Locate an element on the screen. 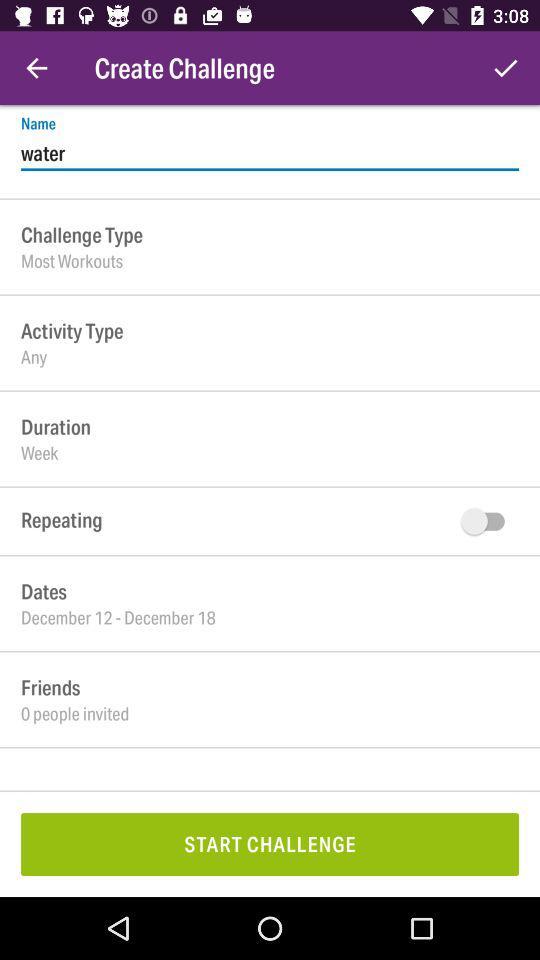  turn on/off repeat option is located at coordinates (486, 520).